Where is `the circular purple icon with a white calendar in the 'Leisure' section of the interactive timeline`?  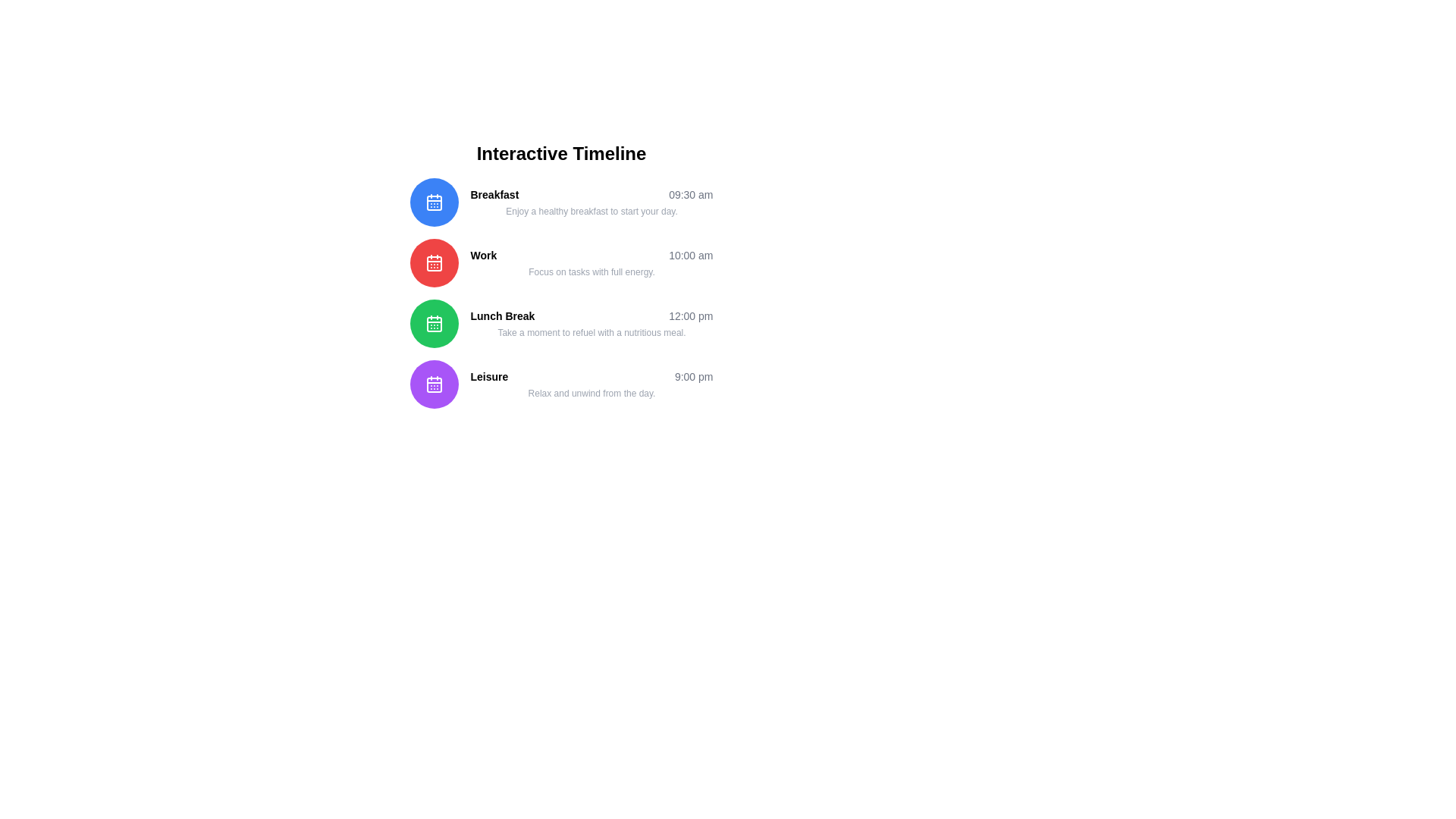
the circular purple icon with a white calendar in the 'Leisure' section of the interactive timeline is located at coordinates (433, 383).